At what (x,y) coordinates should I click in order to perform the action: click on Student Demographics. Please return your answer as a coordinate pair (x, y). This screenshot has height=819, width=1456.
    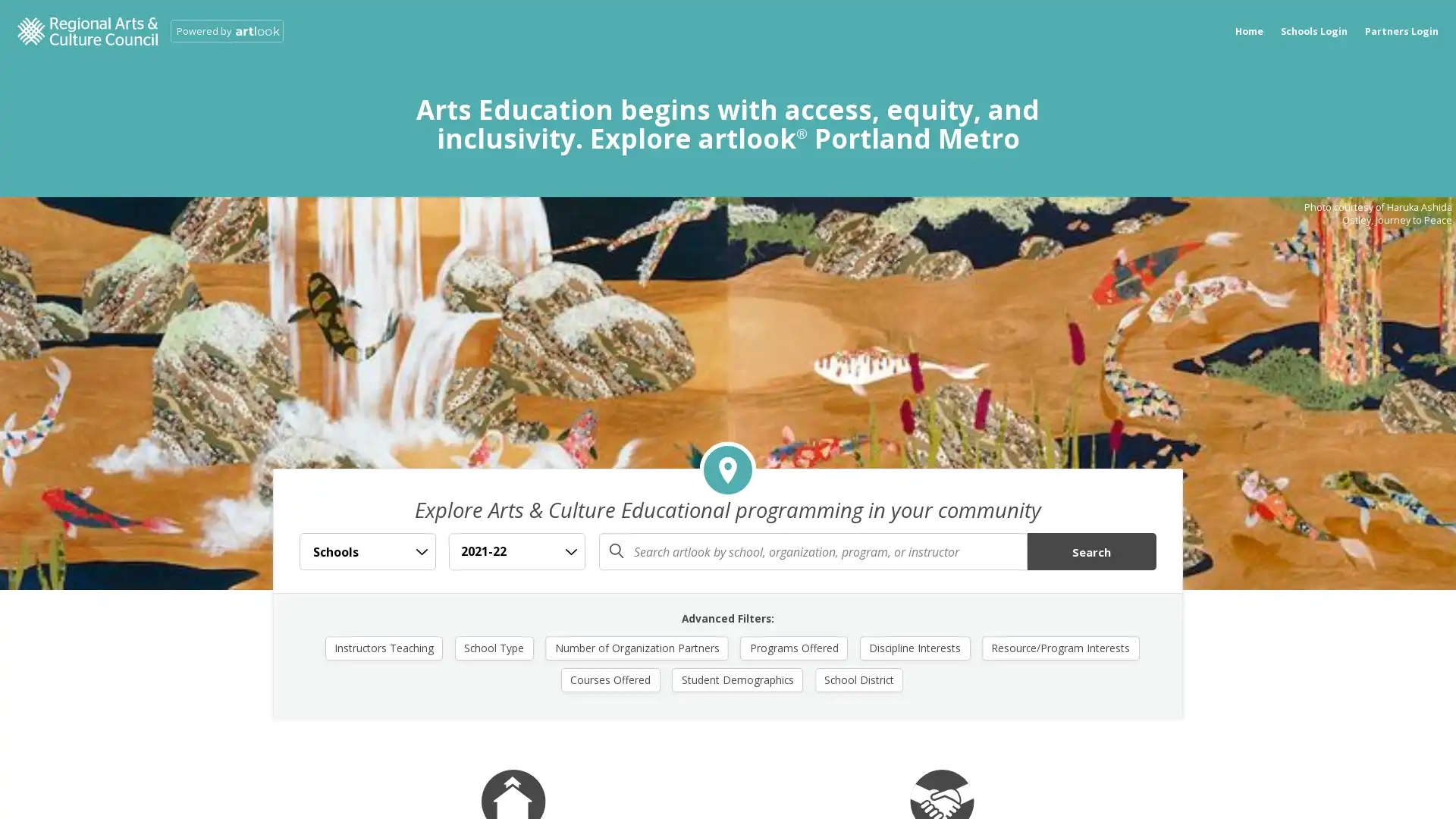
    Looking at the image, I should click on (737, 678).